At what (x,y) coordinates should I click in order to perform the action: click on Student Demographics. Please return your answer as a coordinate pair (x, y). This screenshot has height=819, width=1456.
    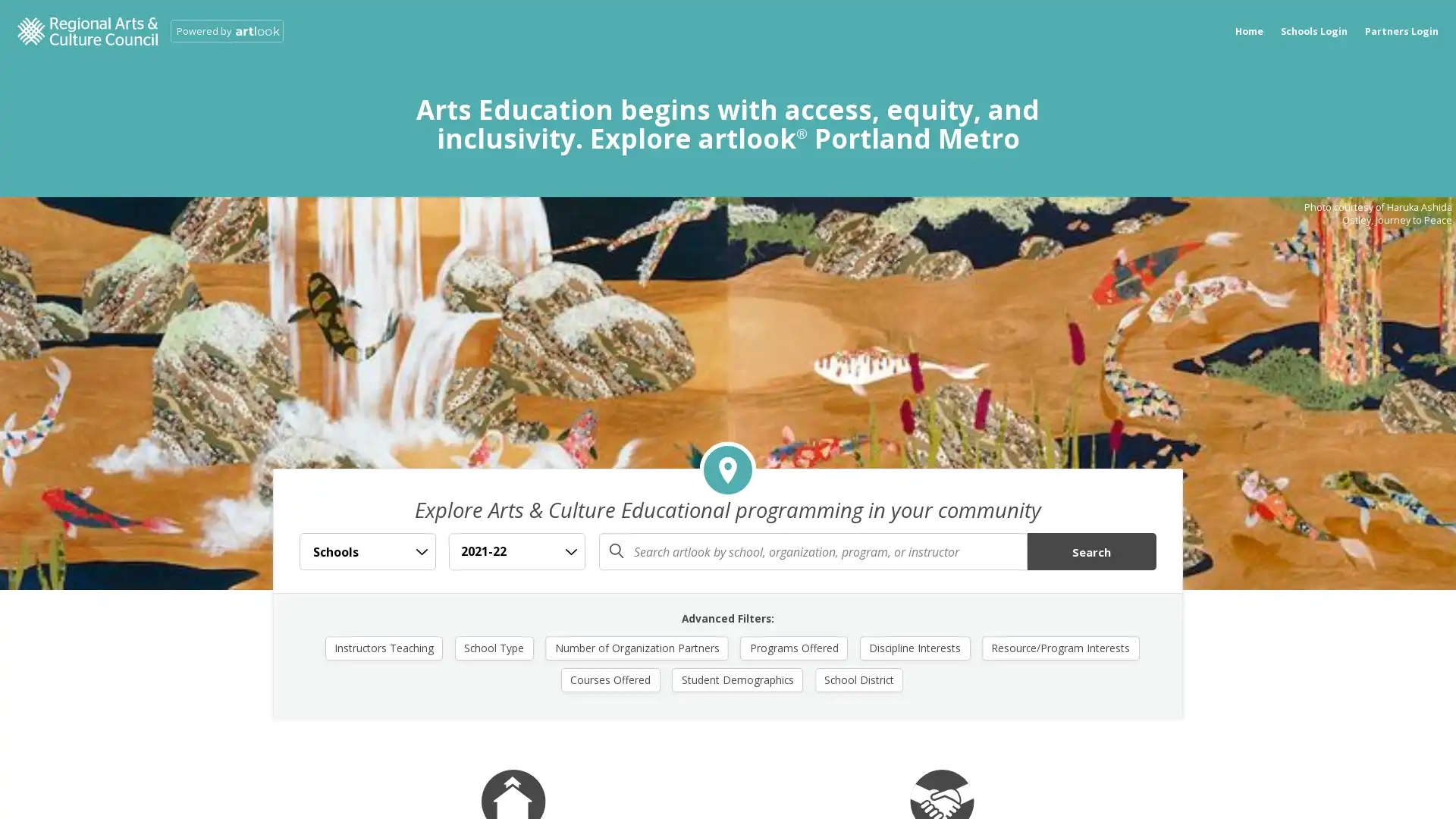
    Looking at the image, I should click on (737, 678).